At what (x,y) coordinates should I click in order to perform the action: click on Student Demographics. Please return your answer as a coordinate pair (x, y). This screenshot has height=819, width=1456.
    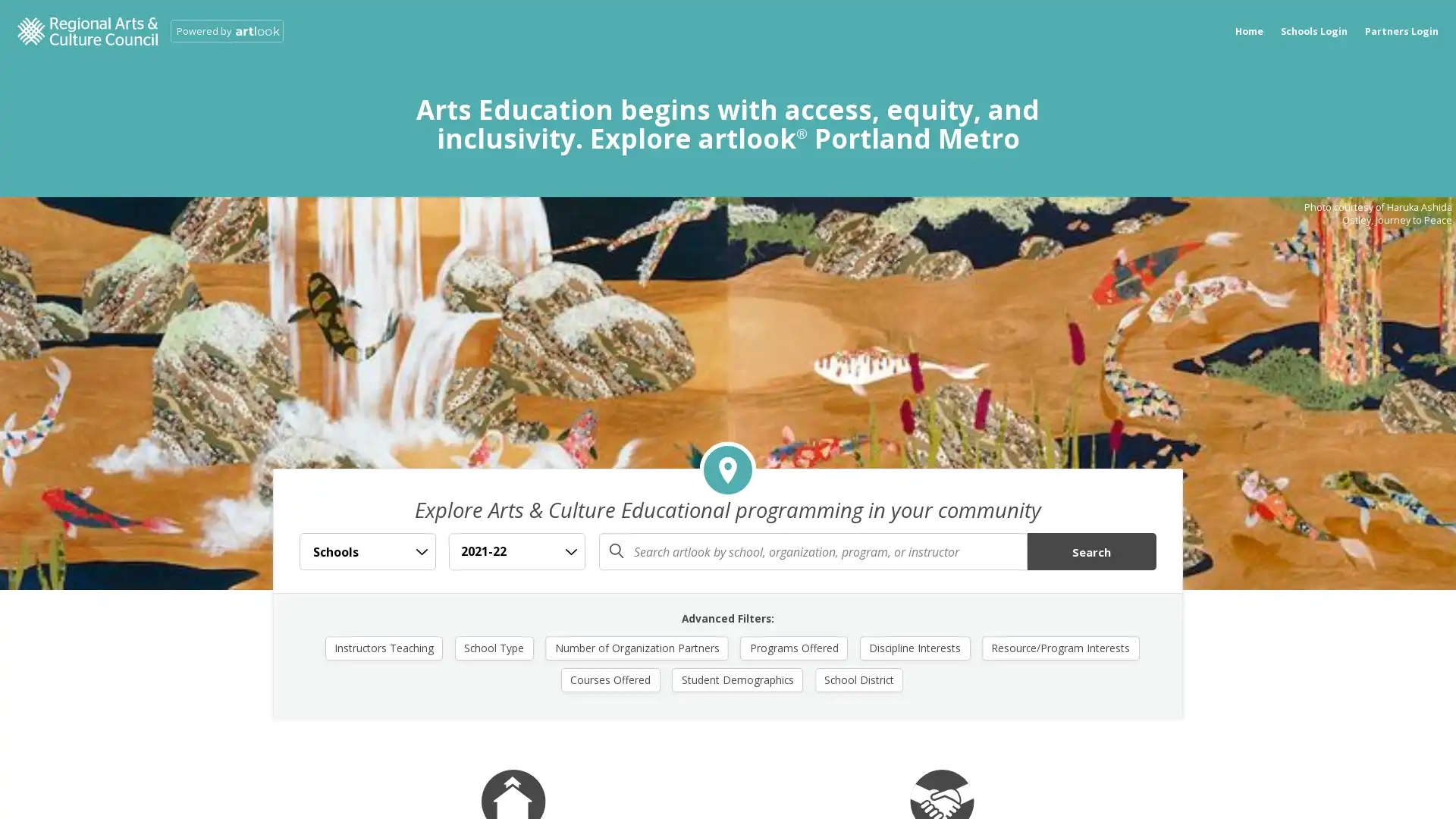
    Looking at the image, I should click on (737, 678).